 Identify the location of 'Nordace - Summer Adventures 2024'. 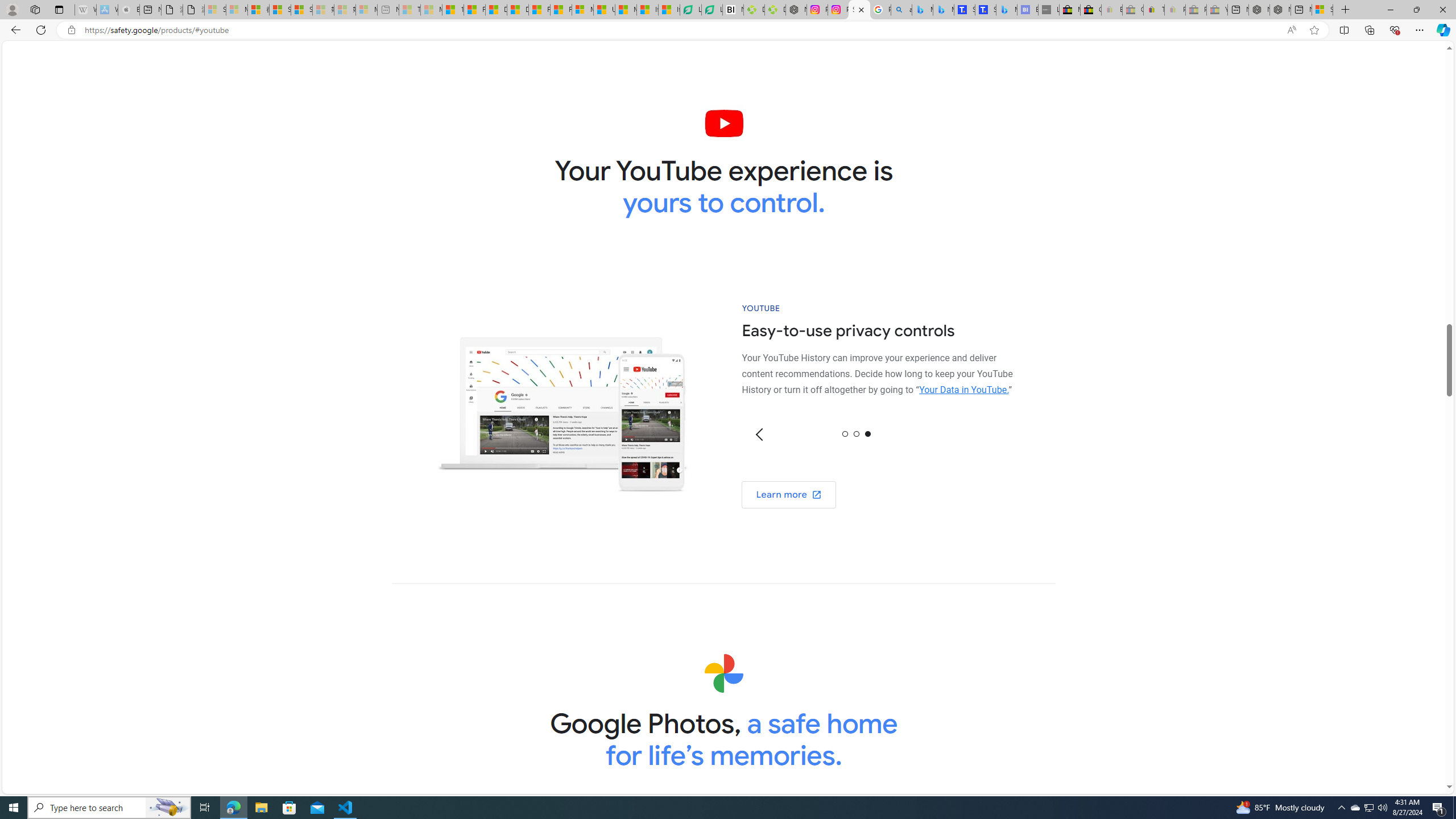
(1280, 9).